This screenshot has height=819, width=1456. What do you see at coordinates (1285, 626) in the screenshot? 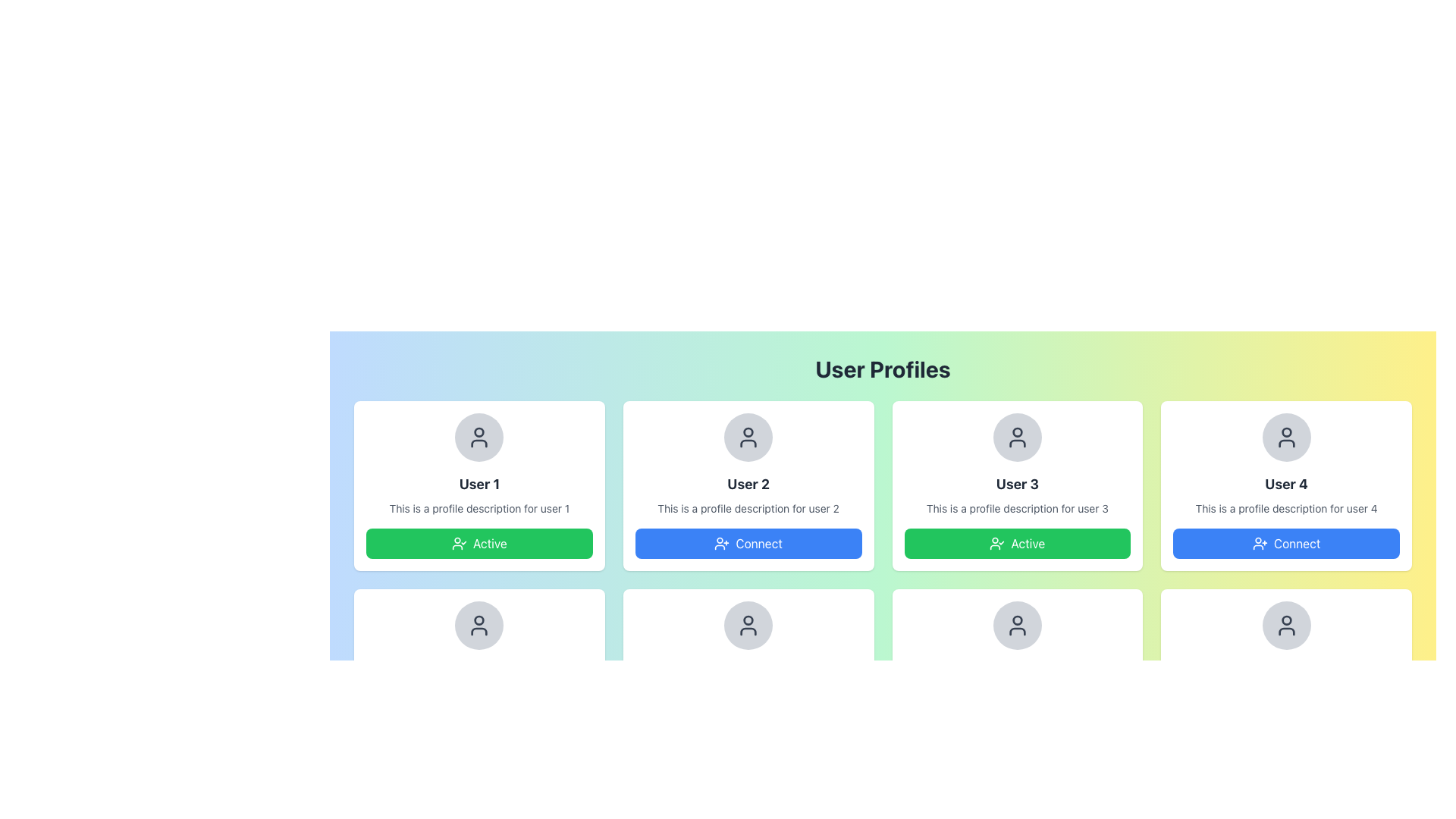
I see `the profile image placeholder for 'User 8' located at the top of the user card` at bounding box center [1285, 626].